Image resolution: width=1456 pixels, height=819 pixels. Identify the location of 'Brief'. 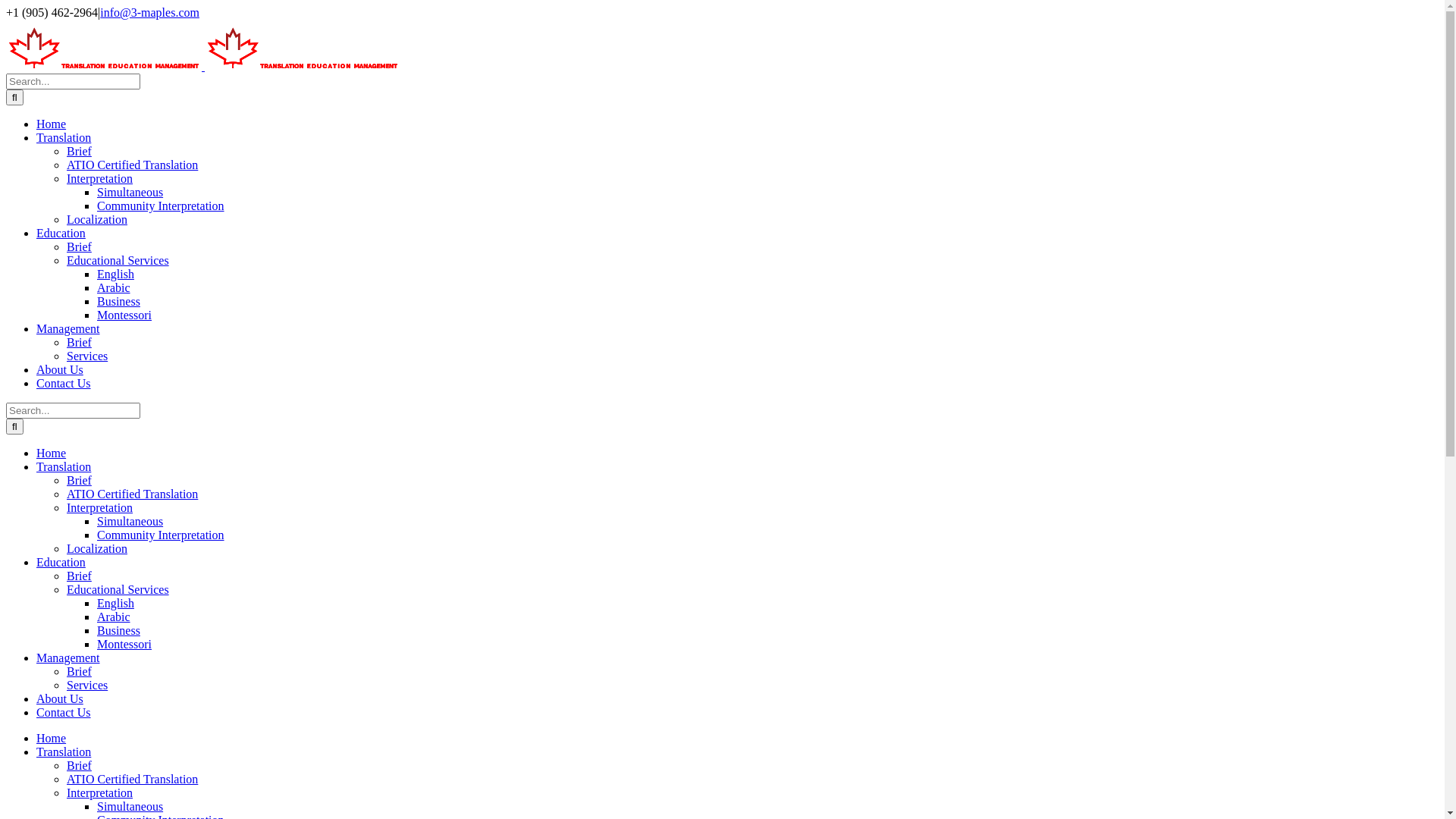
(78, 151).